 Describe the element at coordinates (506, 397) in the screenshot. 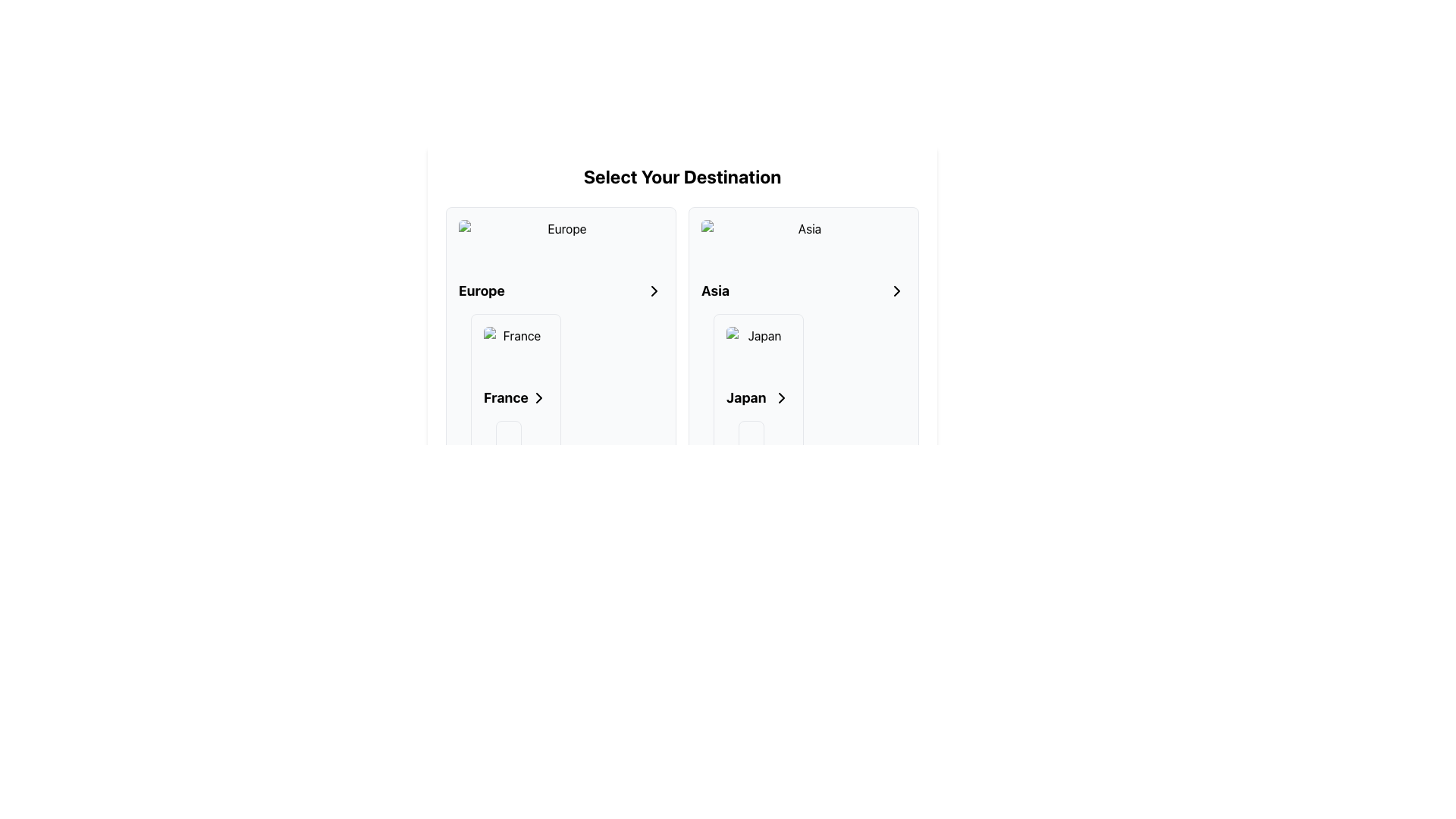

I see `text label 'France' which is part of a menu or list item, positioned to the left of a chevron icon` at that location.